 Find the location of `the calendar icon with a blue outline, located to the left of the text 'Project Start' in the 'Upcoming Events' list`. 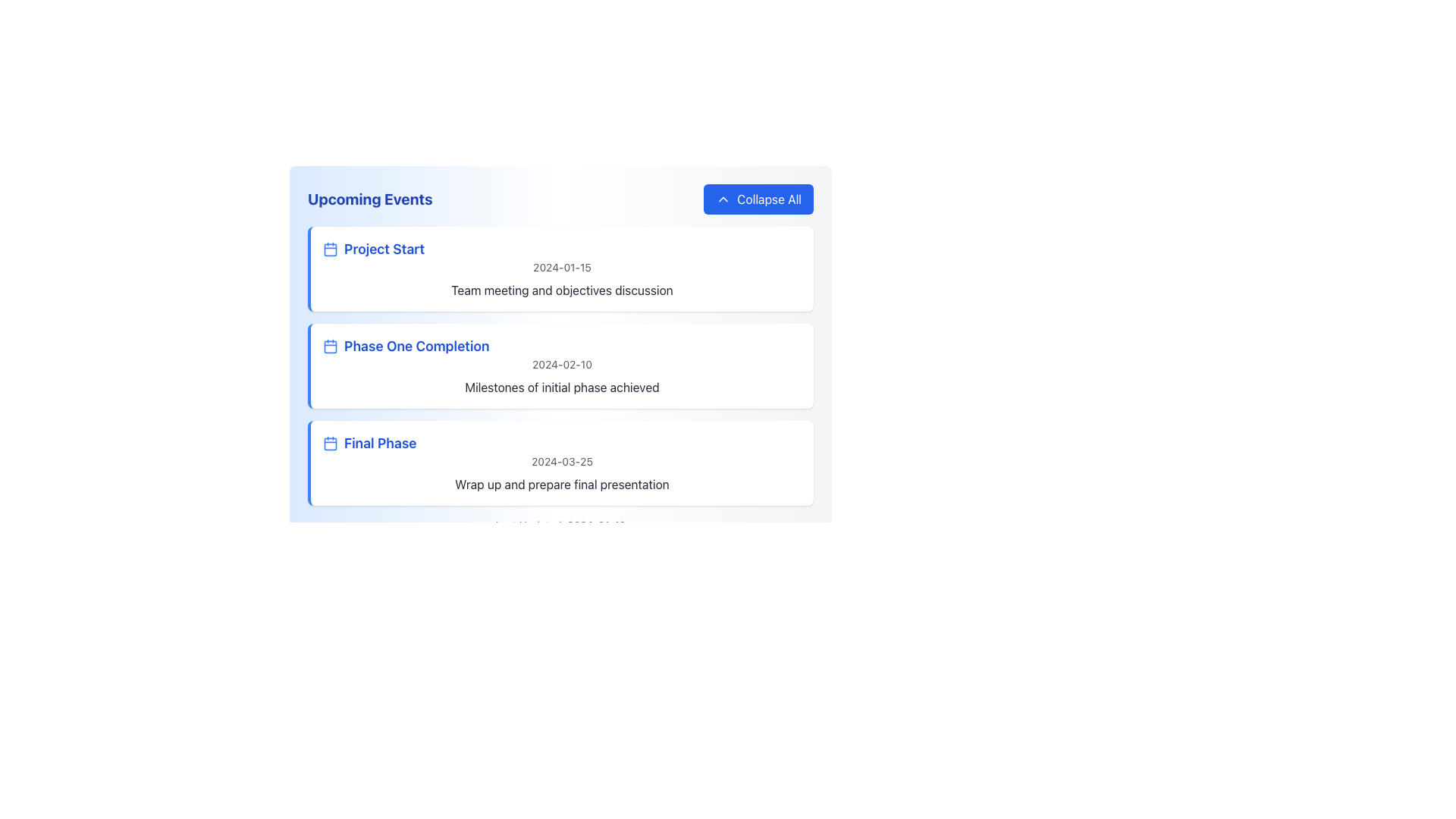

the calendar icon with a blue outline, located to the left of the text 'Project Start' in the 'Upcoming Events' list is located at coordinates (330, 248).